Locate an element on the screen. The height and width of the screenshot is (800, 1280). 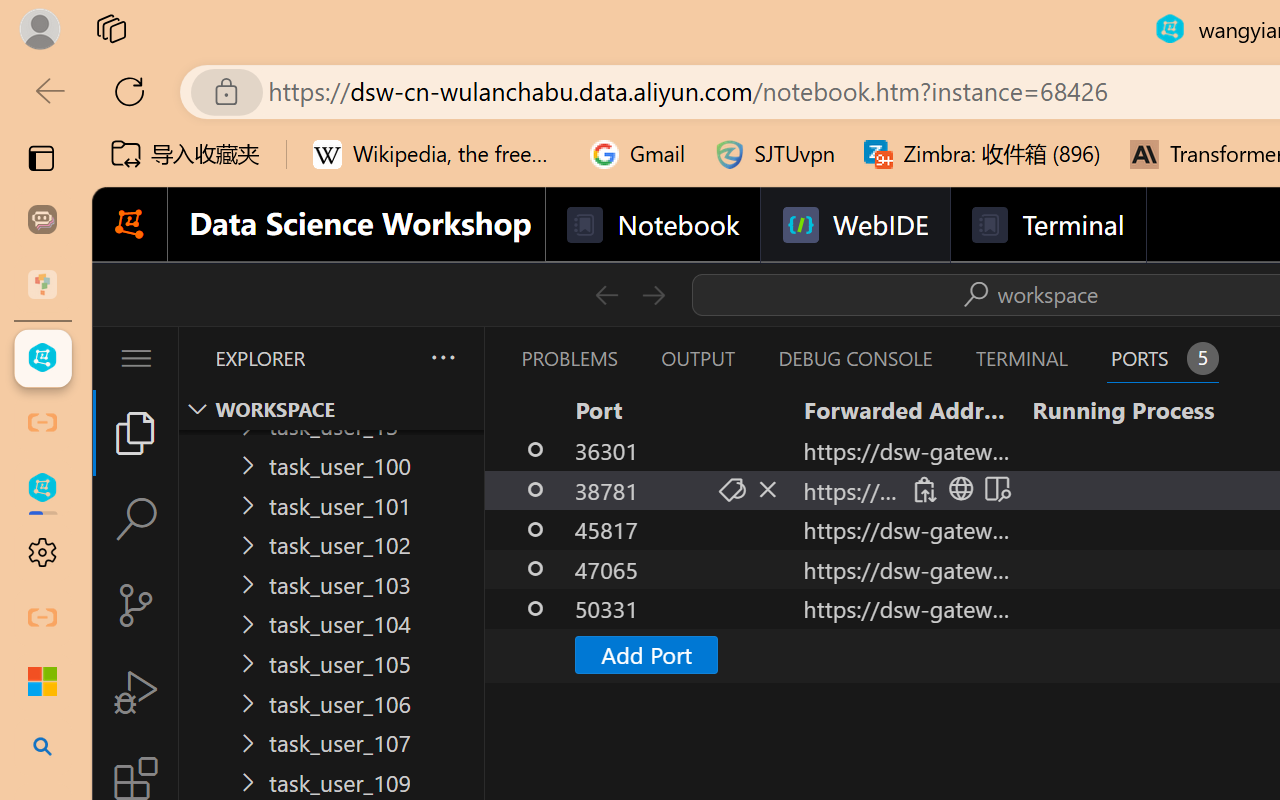
'Problems (Ctrl+Shift+M)' is located at coordinates (567, 358).